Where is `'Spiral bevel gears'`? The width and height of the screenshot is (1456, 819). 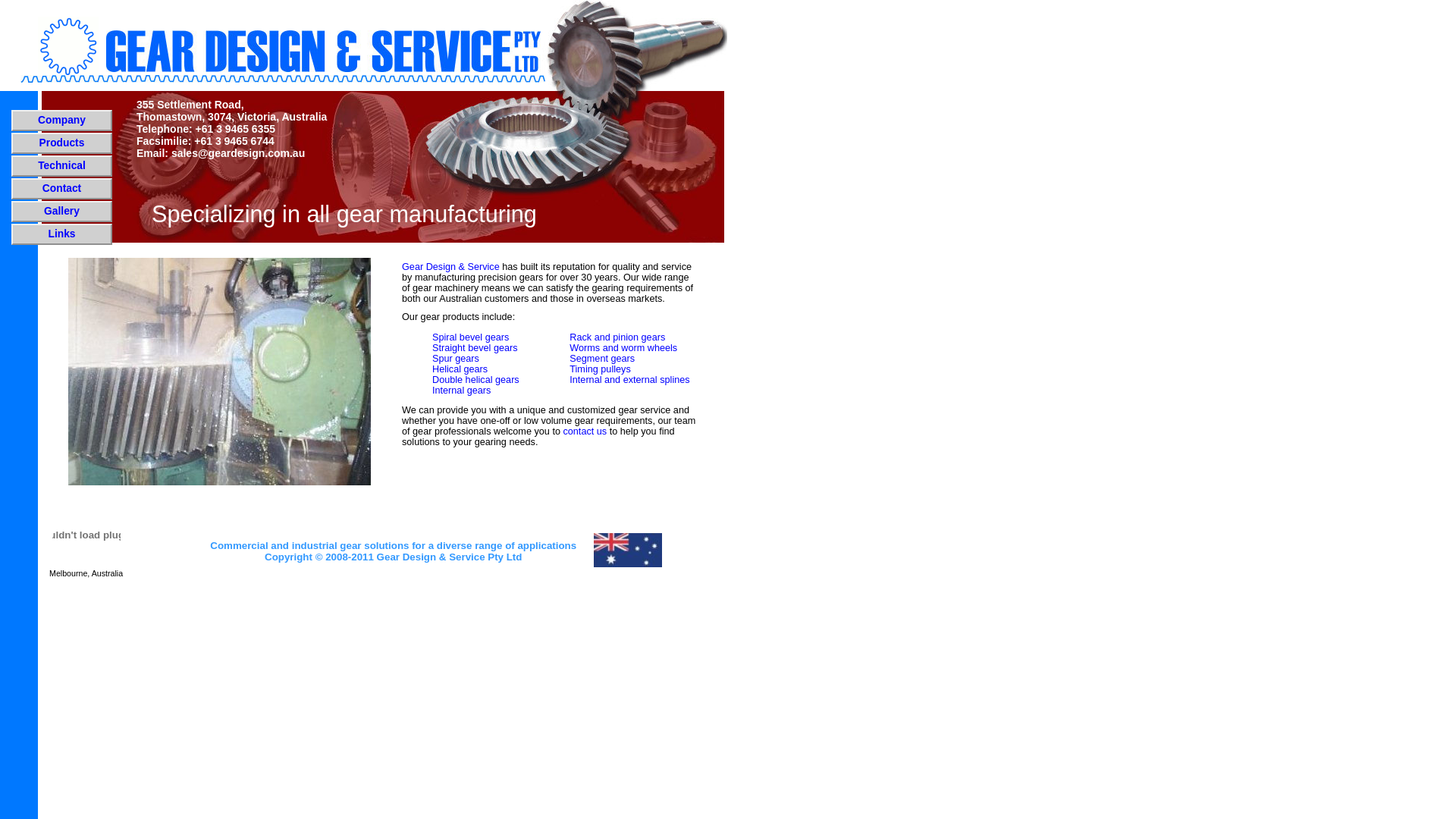 'Spiral bevel gears' is located at coordinates (469, 336).